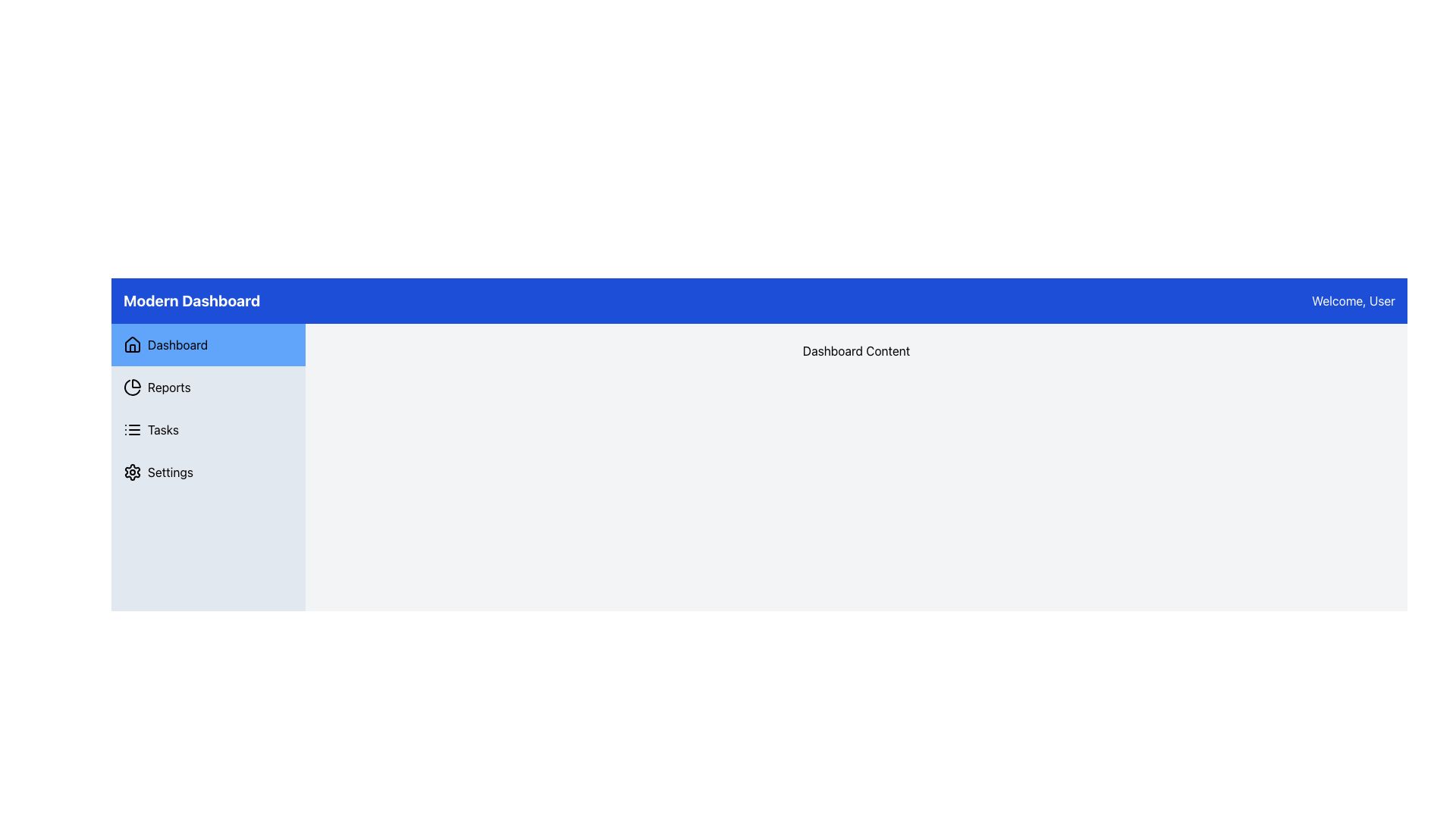 The width and height of the screenshot is (1456, 819). Describe the element at coordinates (132, 345) in the screenshot. I see `the house-shaped icon in the sidebar navigation menu labeled 'Dashboard'` at that location.